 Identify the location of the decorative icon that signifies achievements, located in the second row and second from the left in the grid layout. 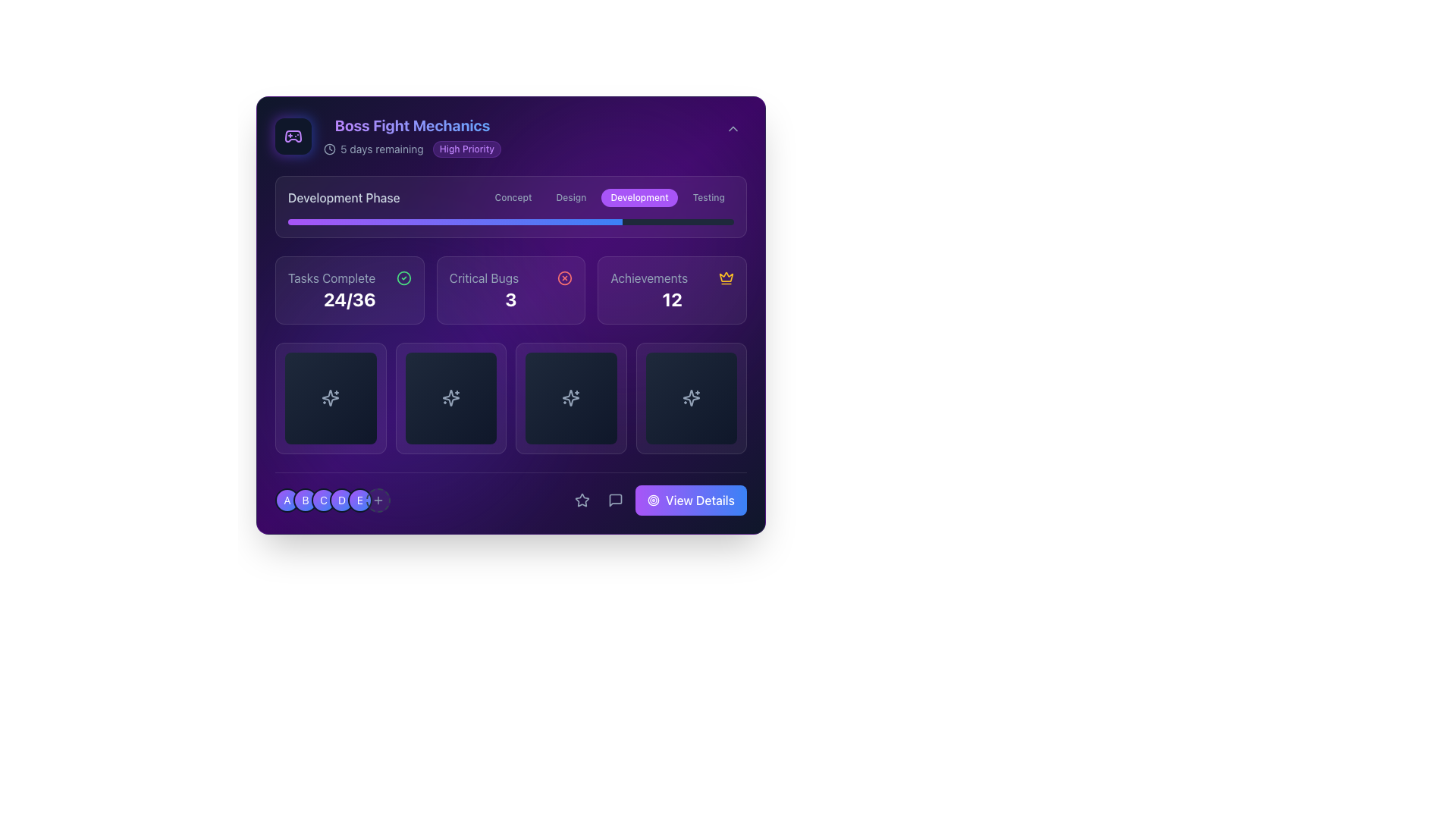
(330, 397).